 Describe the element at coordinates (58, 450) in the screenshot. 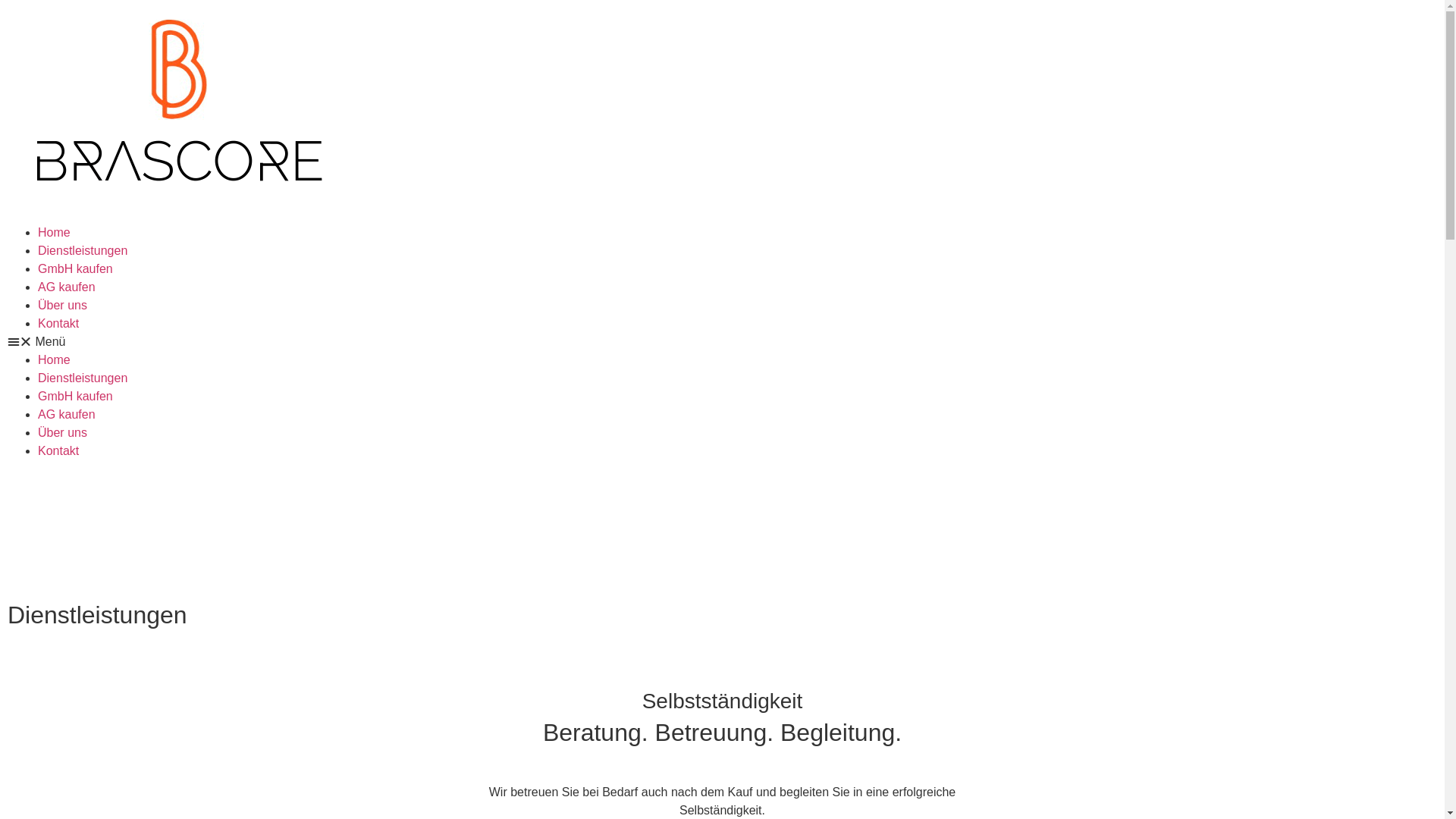

I see `'Kontakt'` at that location.